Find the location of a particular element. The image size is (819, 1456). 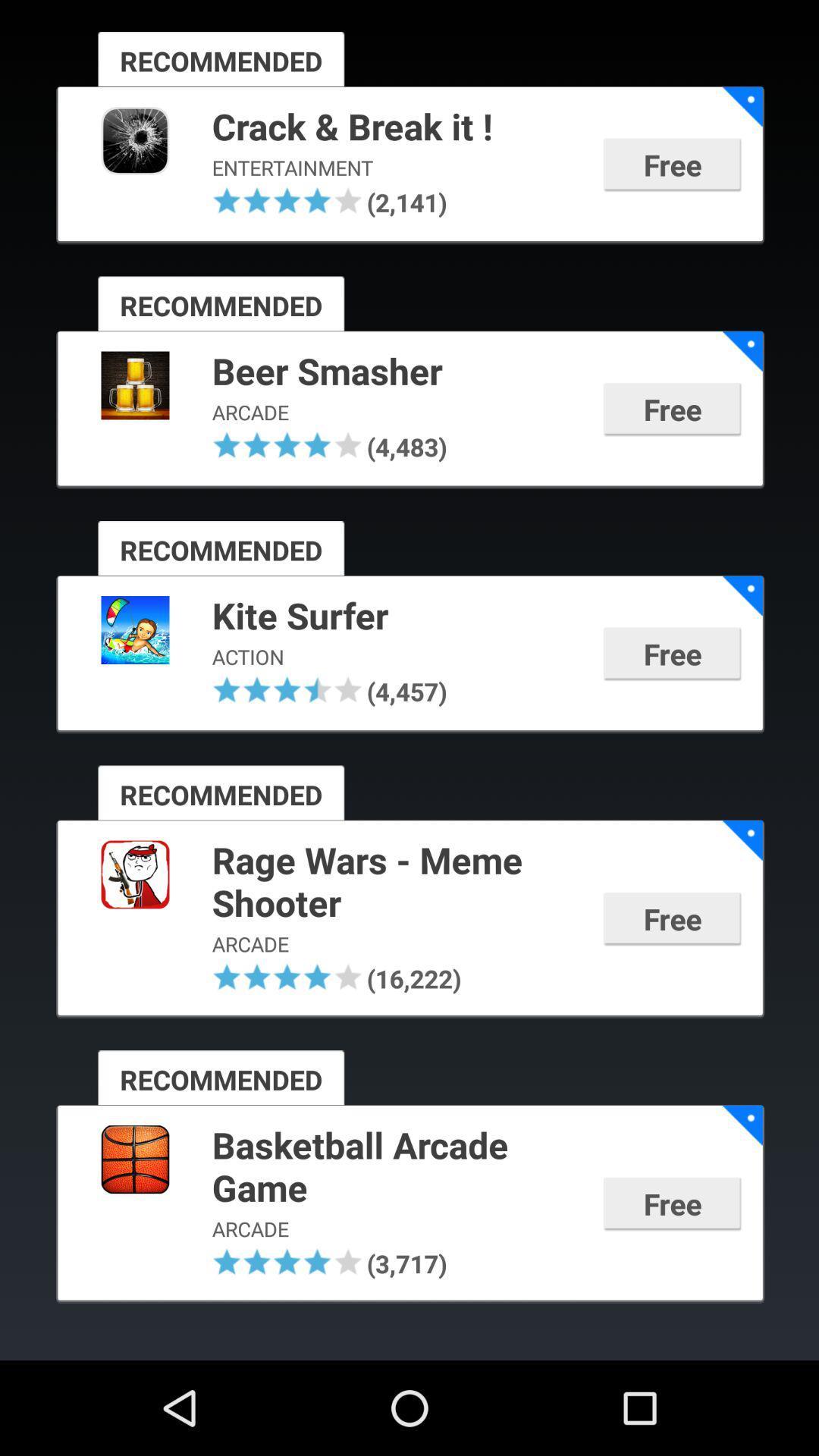

app to the right of kite surfer is located at coordinates (742, 595).